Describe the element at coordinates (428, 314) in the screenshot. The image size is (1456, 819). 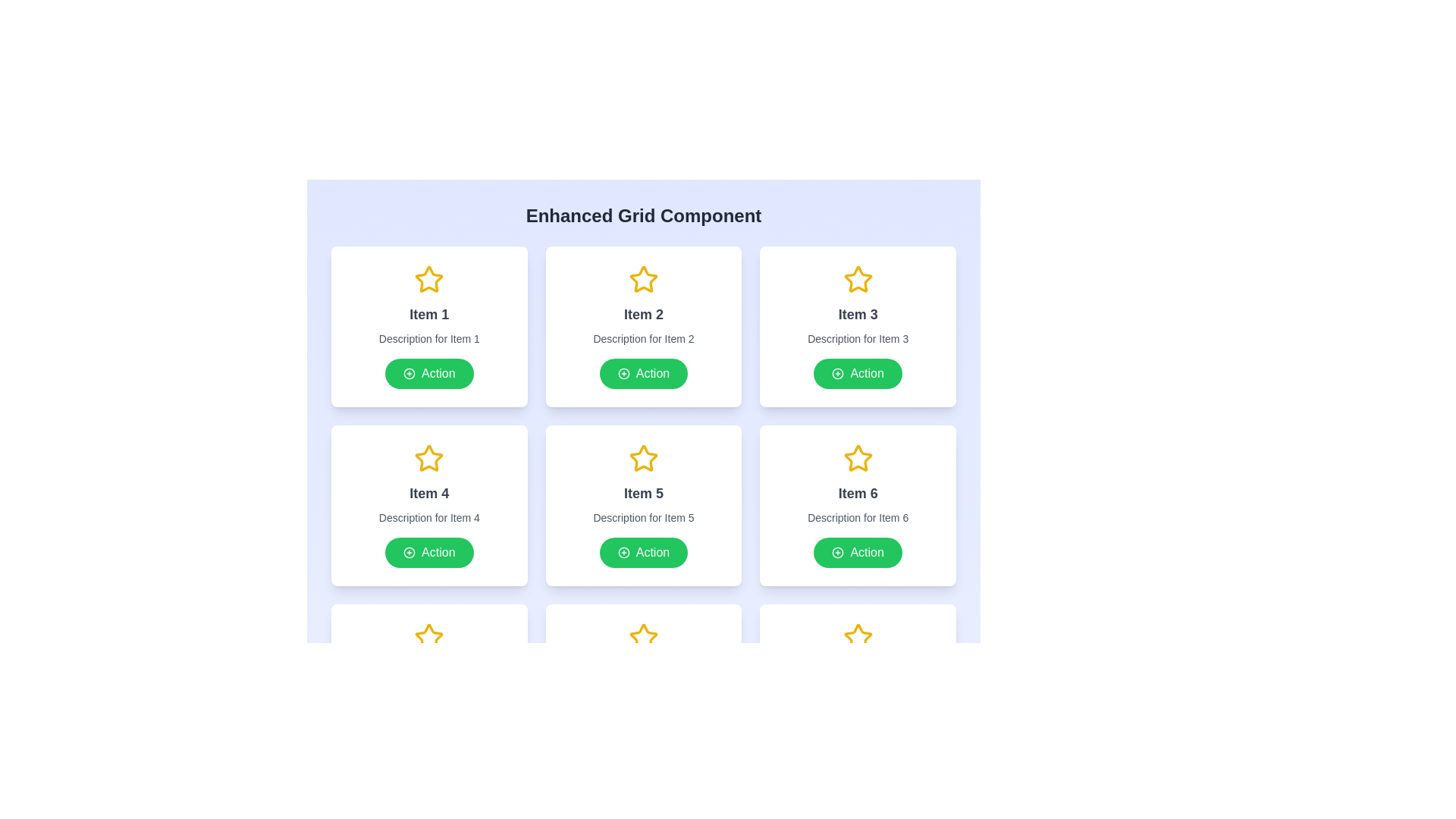
I see `text of the title label located in the first box of a three-column grid layout, positioned below a star icon and above the description text and 'Action' button` at that location.